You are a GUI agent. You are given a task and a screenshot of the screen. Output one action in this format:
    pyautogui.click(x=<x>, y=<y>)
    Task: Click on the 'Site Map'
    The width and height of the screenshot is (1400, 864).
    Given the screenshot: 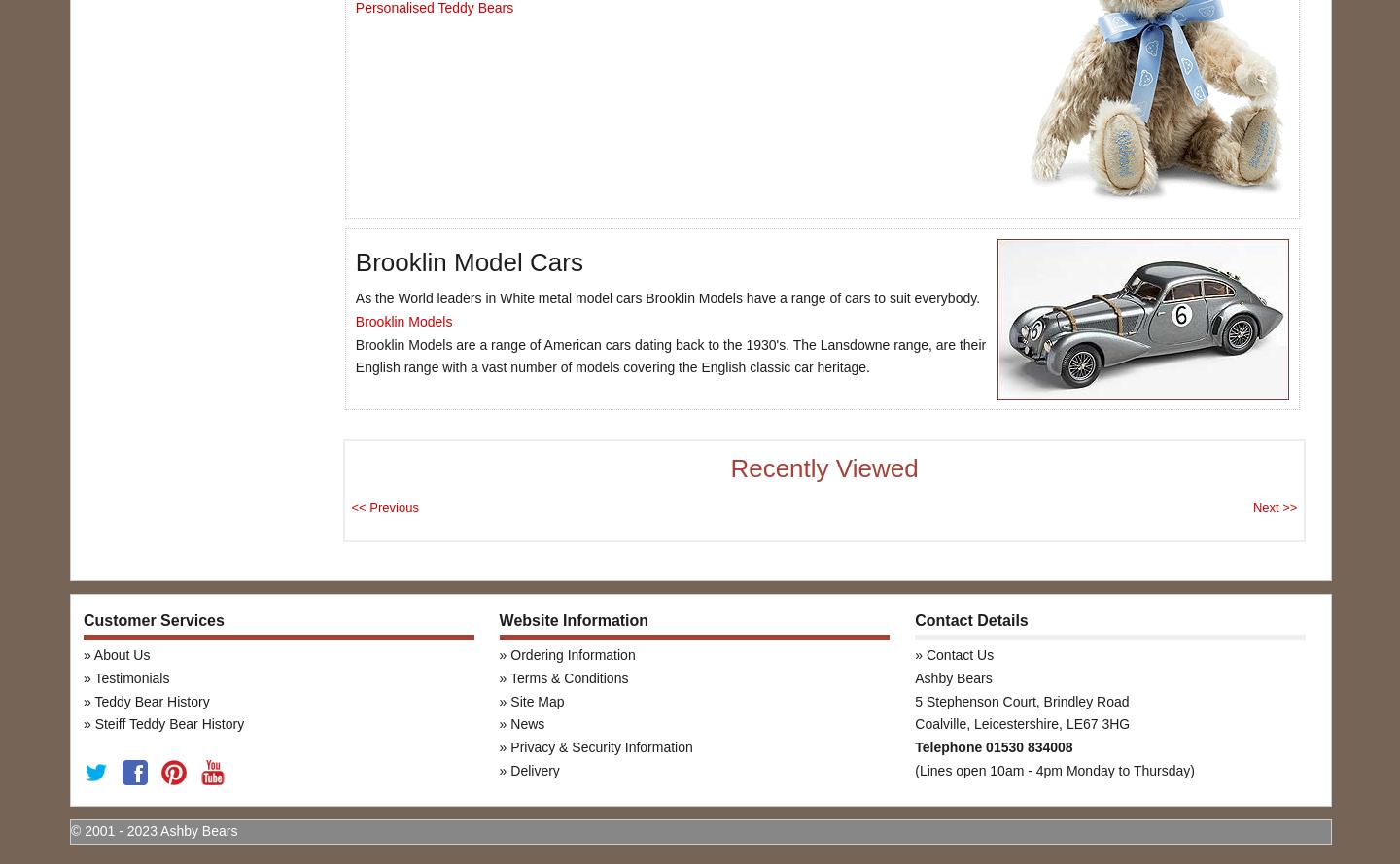 What is the action you would take?
    pyautogui.click(x=537, y=699)
    